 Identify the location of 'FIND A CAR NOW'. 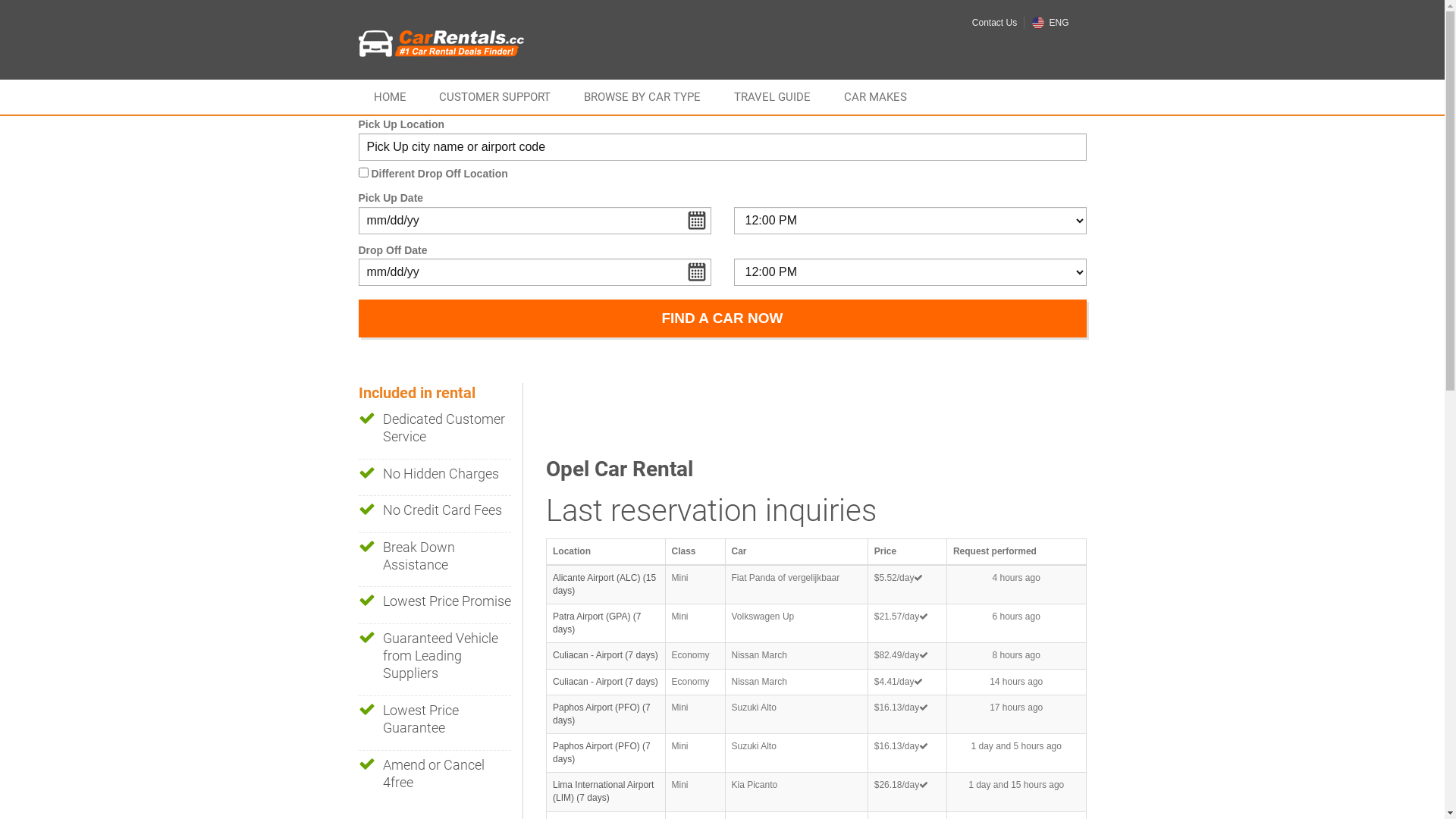
(720, 318).